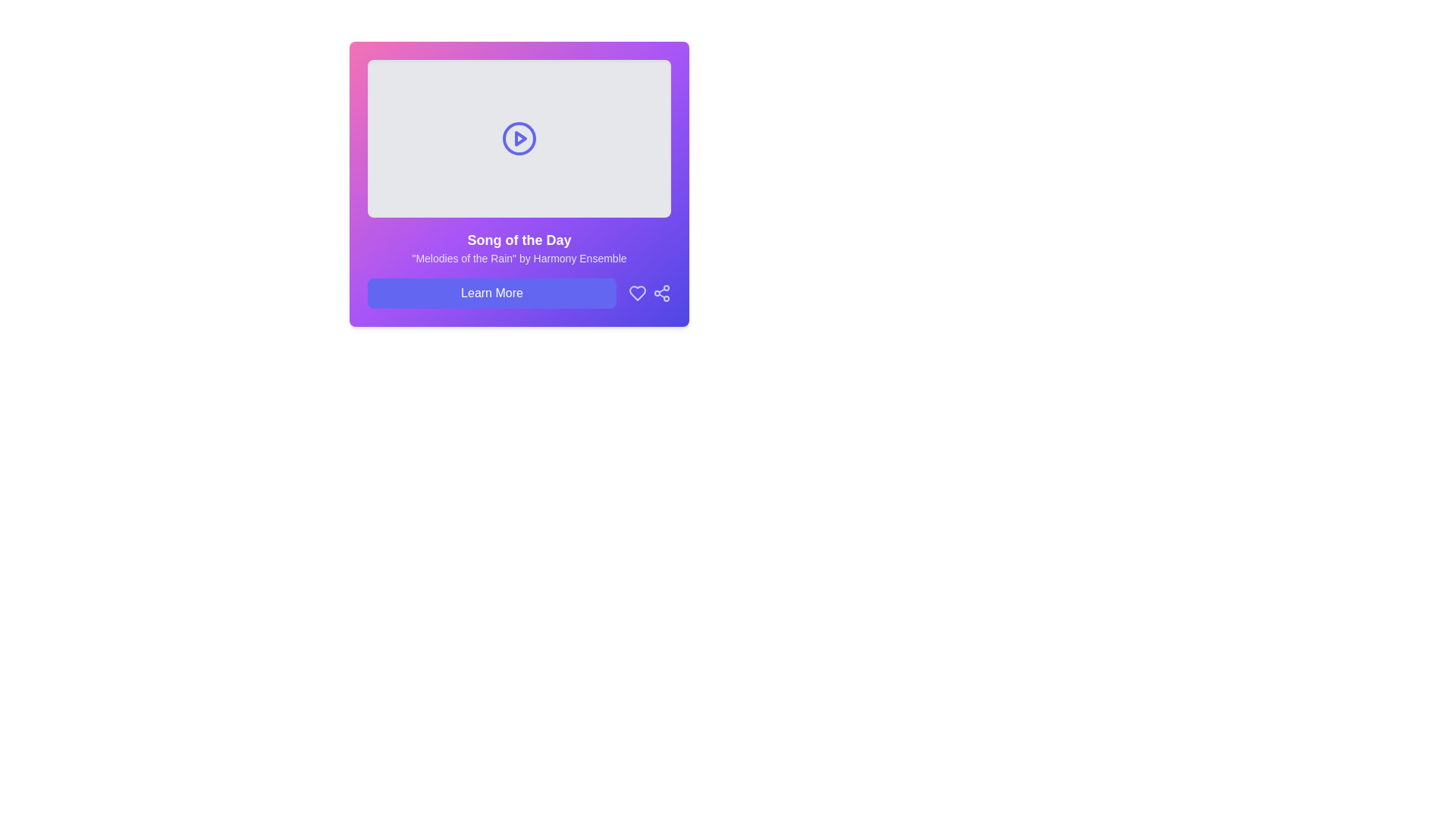  Describe the element at coordinates (637, 293) in the screenshot. I see `the heart-shaped button styled in light indigo color` at that location.